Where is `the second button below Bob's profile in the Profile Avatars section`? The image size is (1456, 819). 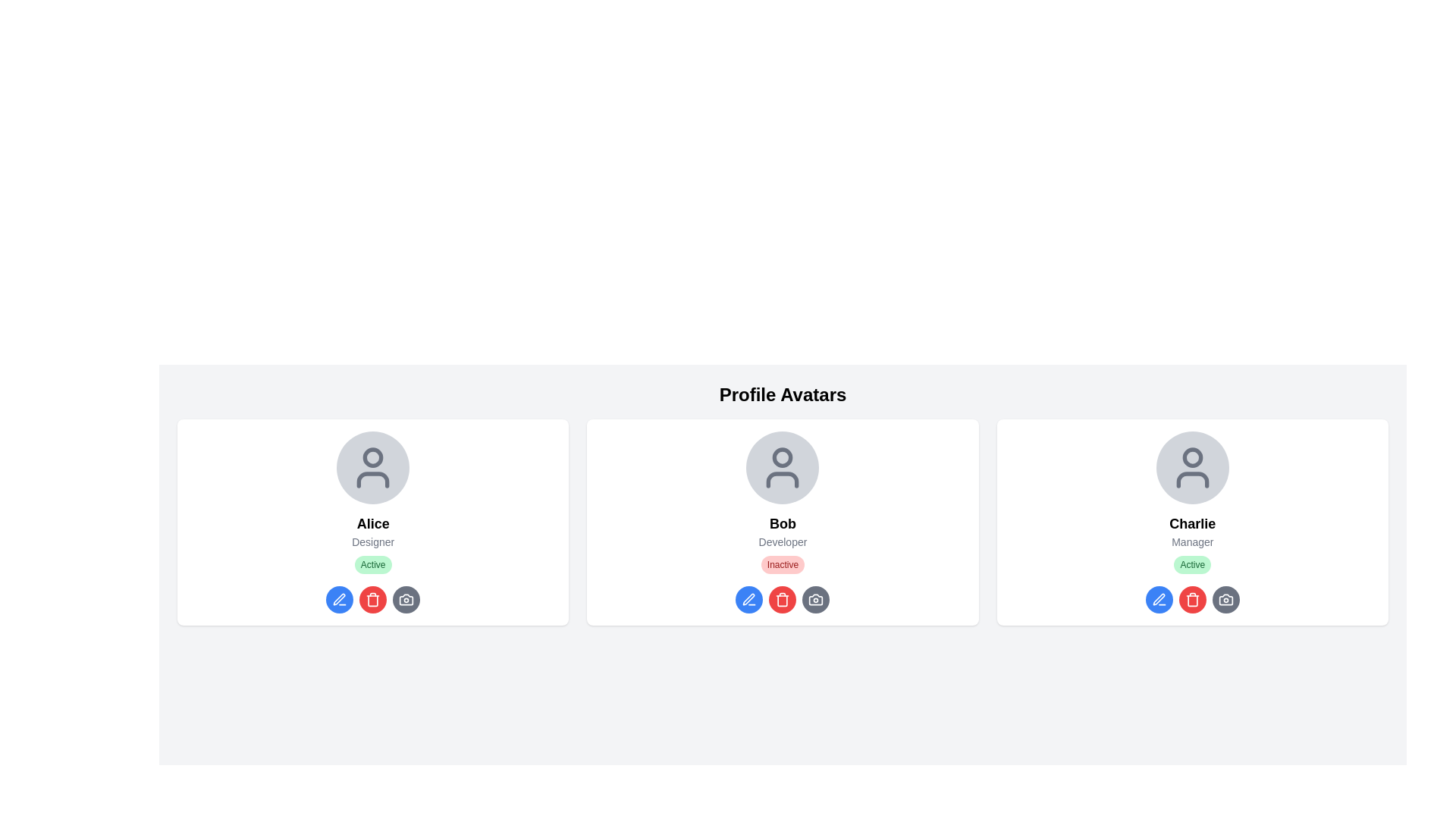 the second button below Bob's profile in the Profile Avatars section is located at coordinates (783, 598).